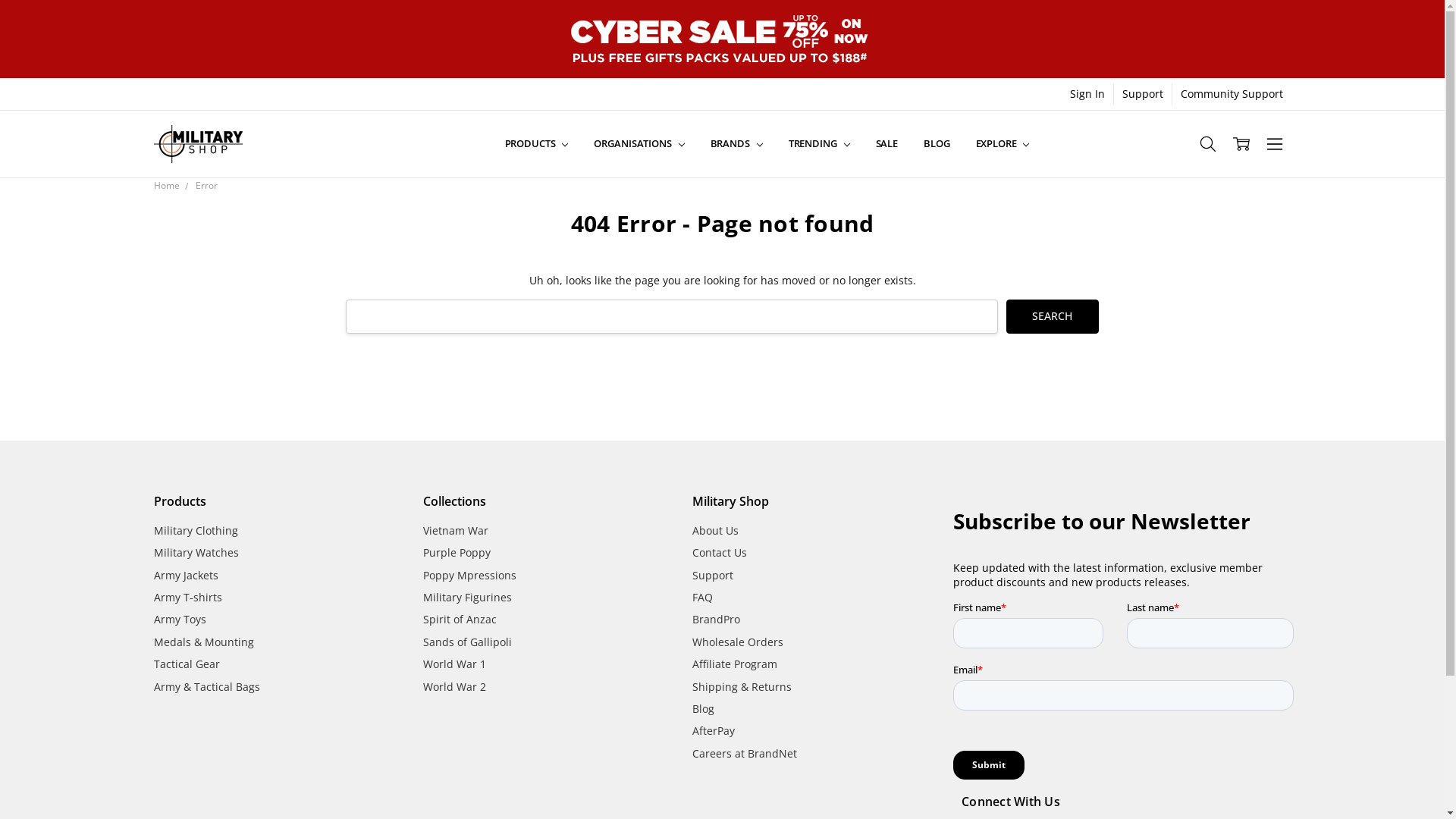  What do you see at coordinates (712, 730) in the screenshot?
I see `'AfterPay'` at bounding box center [712, 730].